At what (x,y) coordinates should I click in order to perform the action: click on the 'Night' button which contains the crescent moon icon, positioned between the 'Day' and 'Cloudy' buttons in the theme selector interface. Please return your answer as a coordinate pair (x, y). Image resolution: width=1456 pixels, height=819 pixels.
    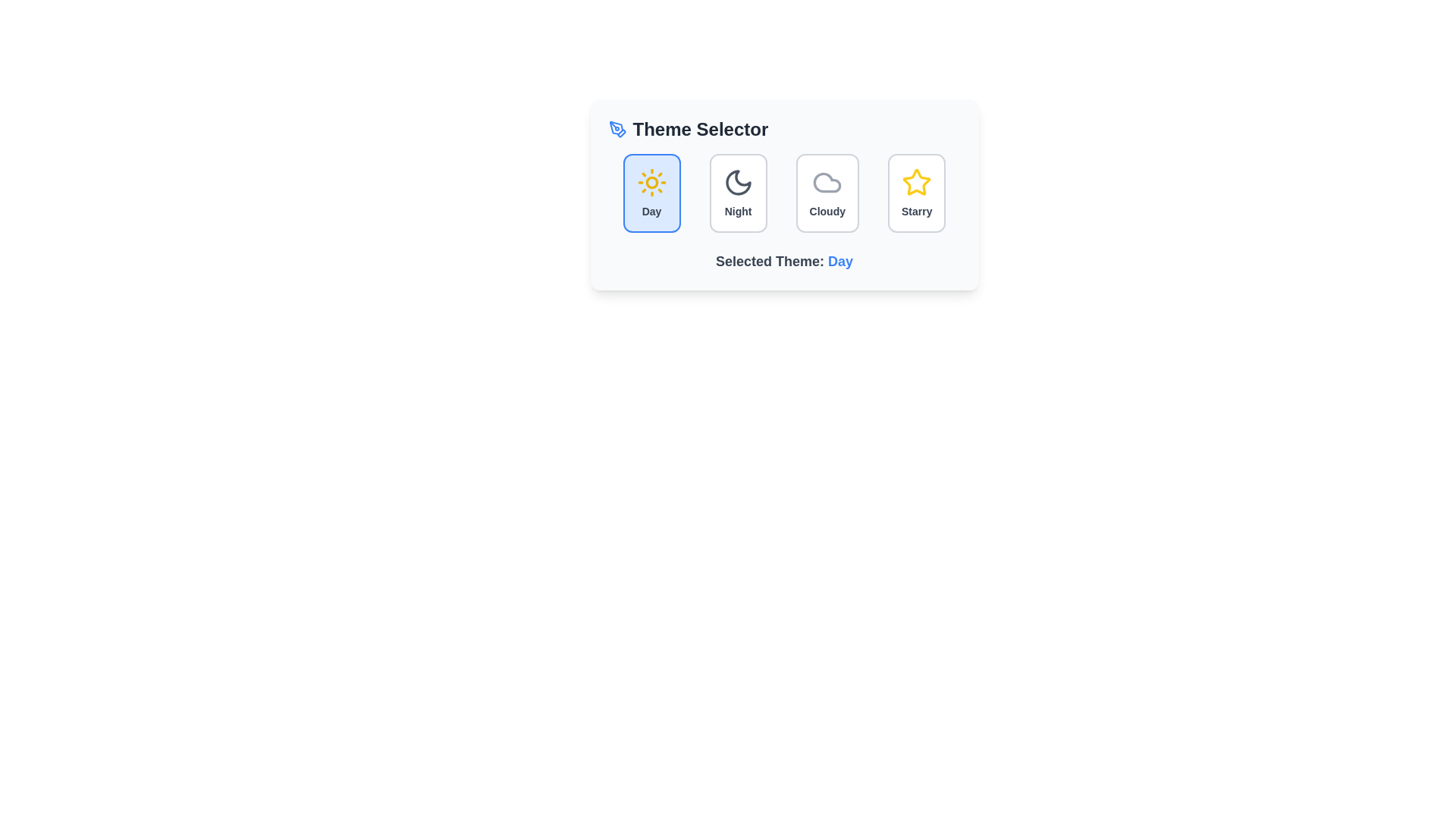
    Looking at the image, I should click on (738, 181).